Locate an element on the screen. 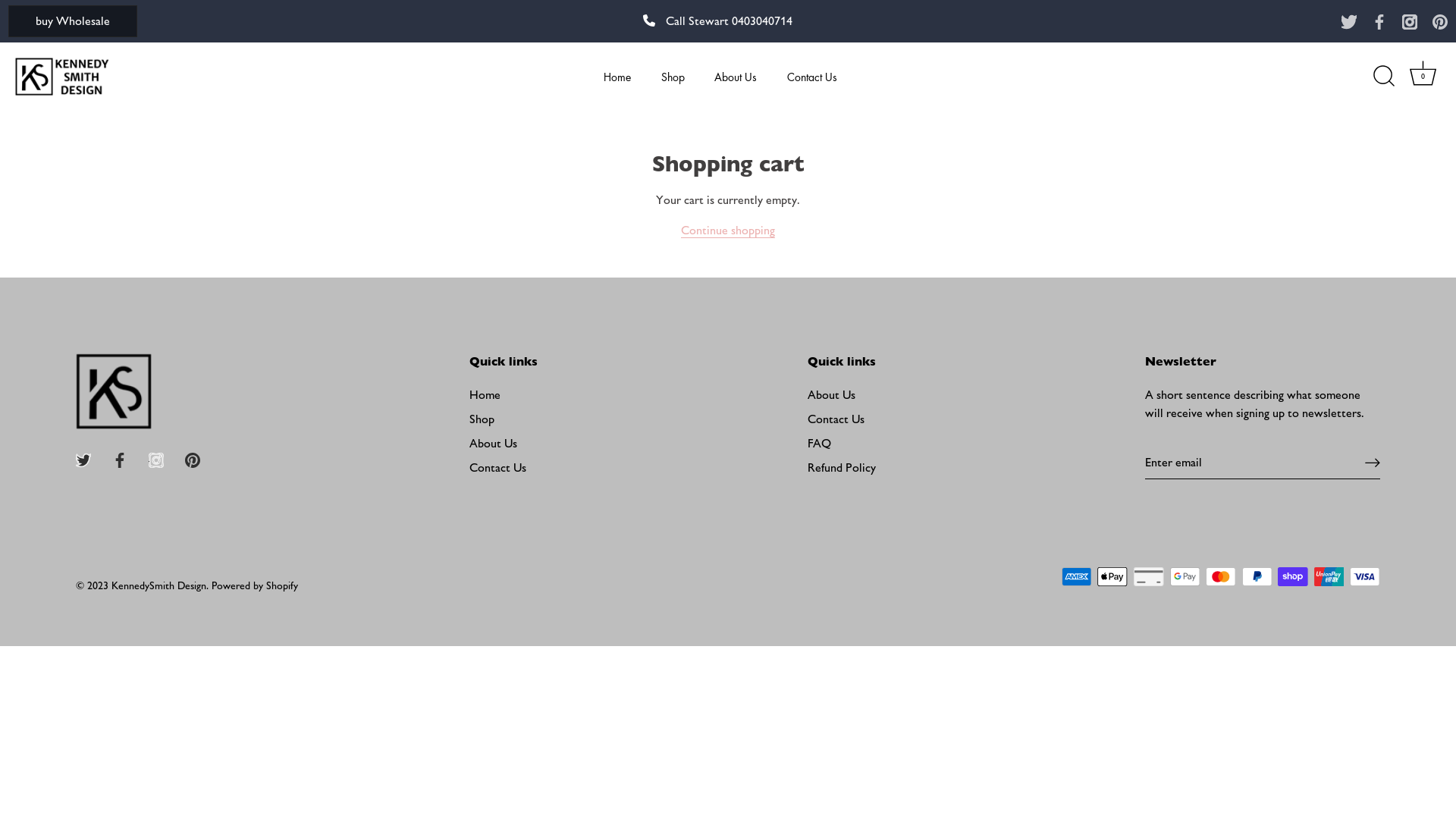 This screenshot has height=819, width=1456. 'Refund Policy' is located at coordinates (807, 466).